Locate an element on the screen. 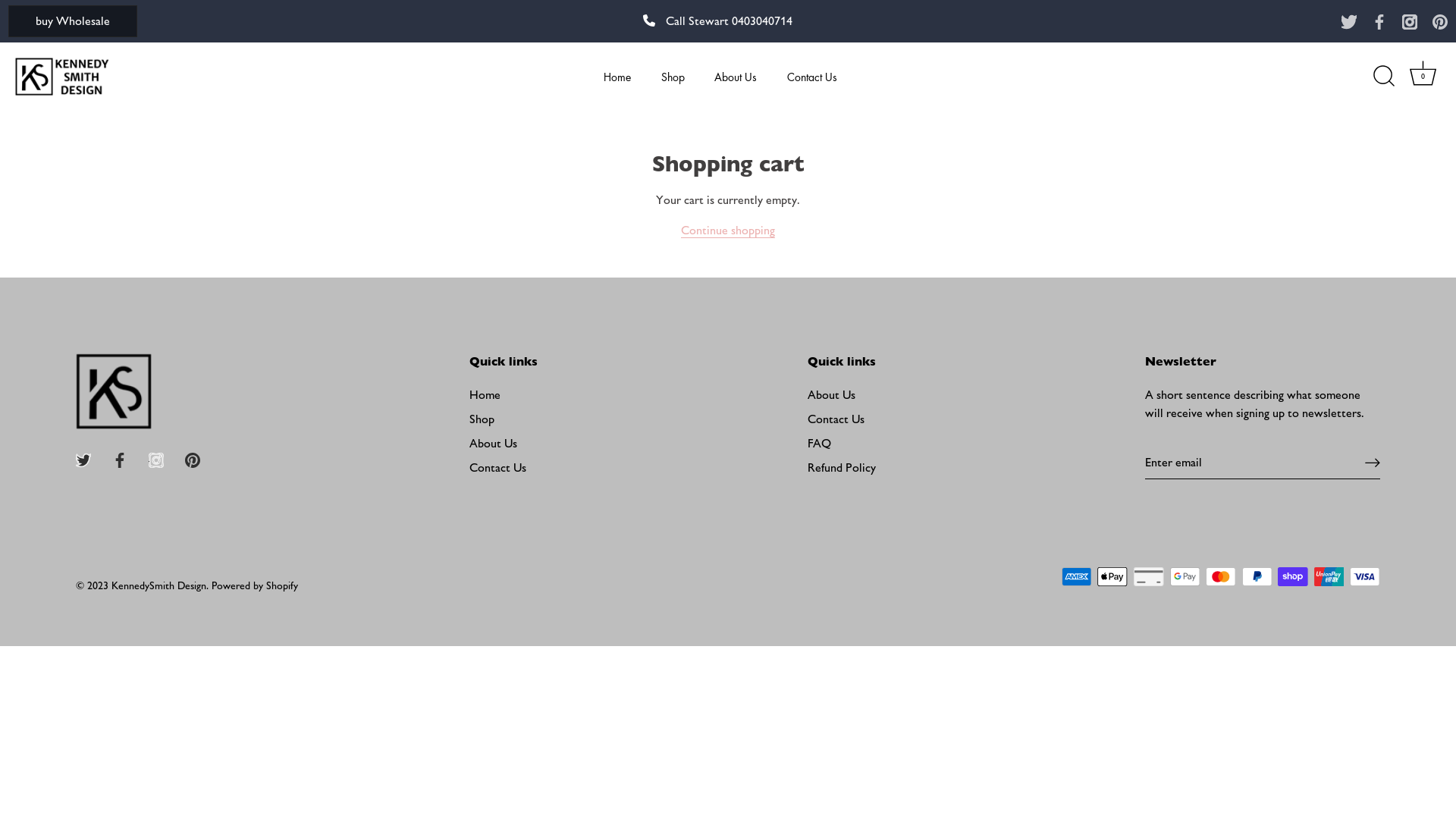 This screenshot has height=819, width=1456. 'Refund Policy' is located at coordinates (807, 466).